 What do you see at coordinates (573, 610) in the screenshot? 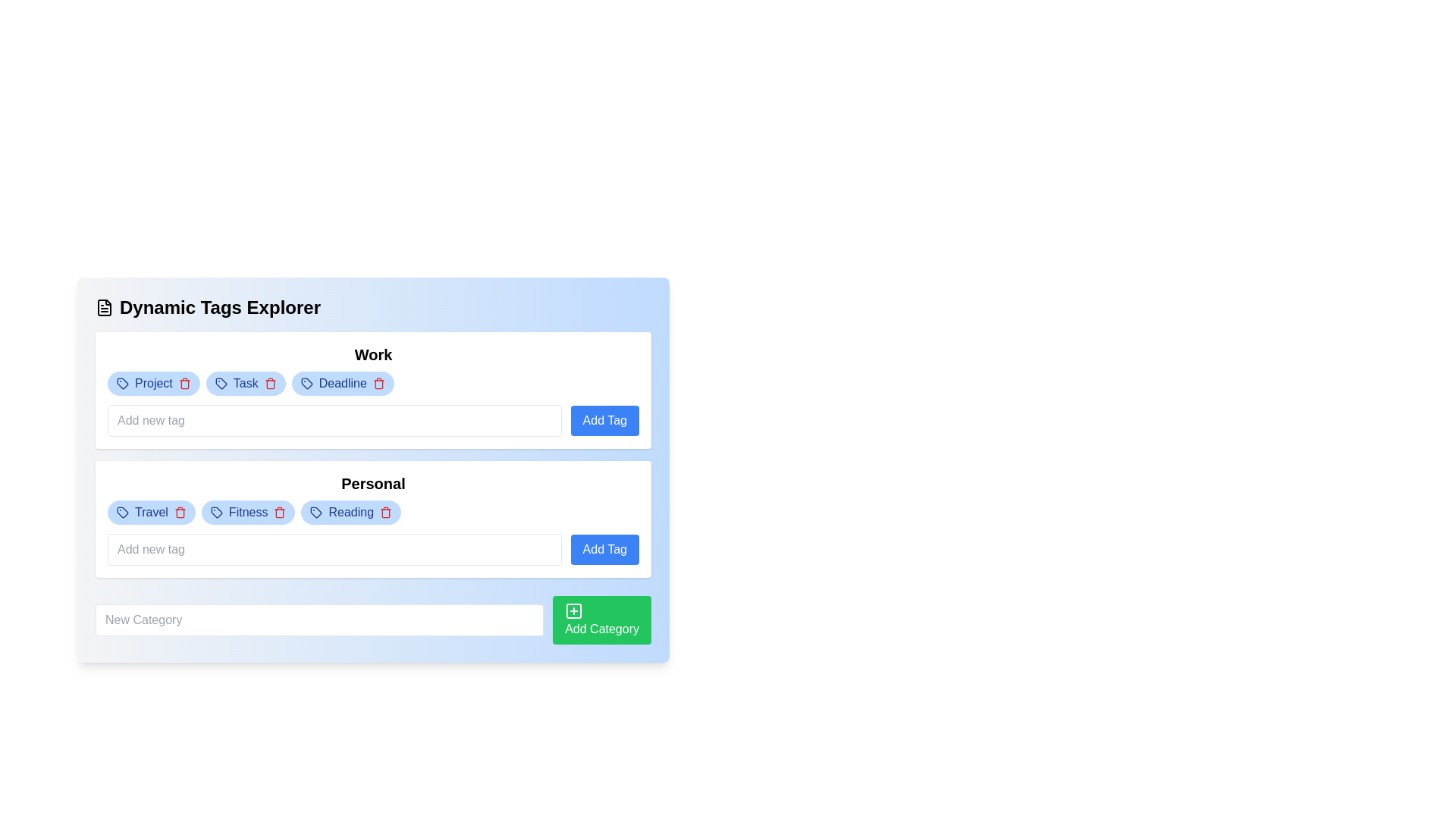
I see `the square-shaped icon embedded in the green 'Add Category' button` at bounding box center [573, 610].